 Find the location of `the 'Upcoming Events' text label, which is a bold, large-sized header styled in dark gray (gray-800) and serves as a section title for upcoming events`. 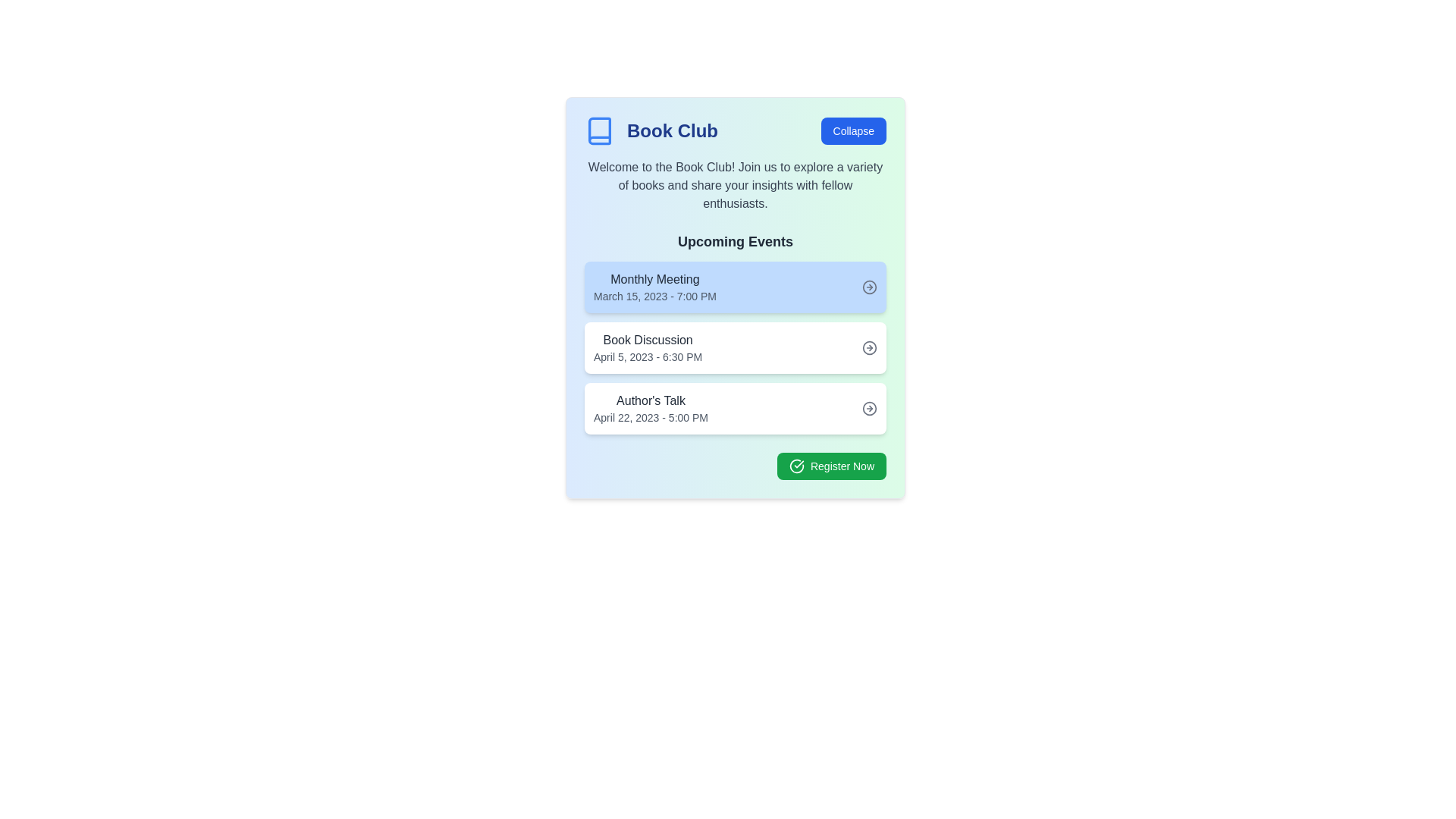

the 'Upcoming Events' text label, which is a bold, large-sized header styled in dark gray (gray-800) and serves as a section title for upcoming events is located at coordinates (735, 241).